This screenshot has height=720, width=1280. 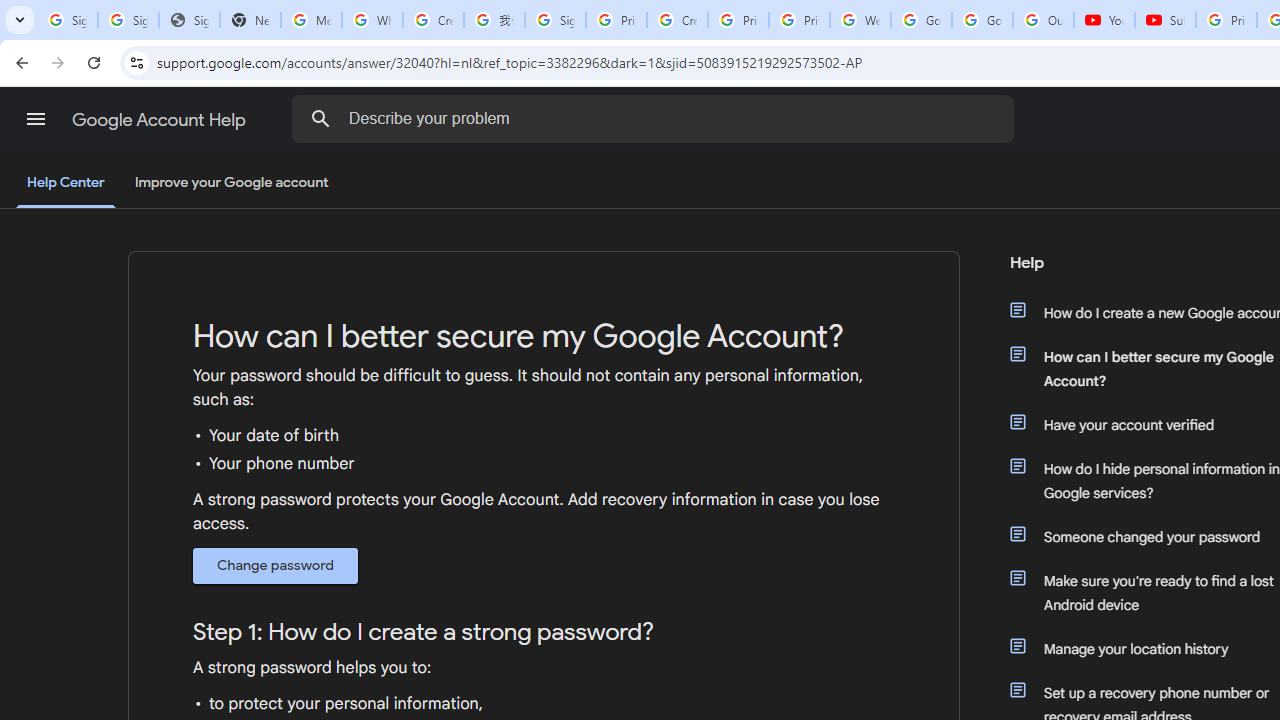 What do you see at coordinates (274, 565) in the screenshot?
I see `'Change password'` at bounding box center [274, 565].